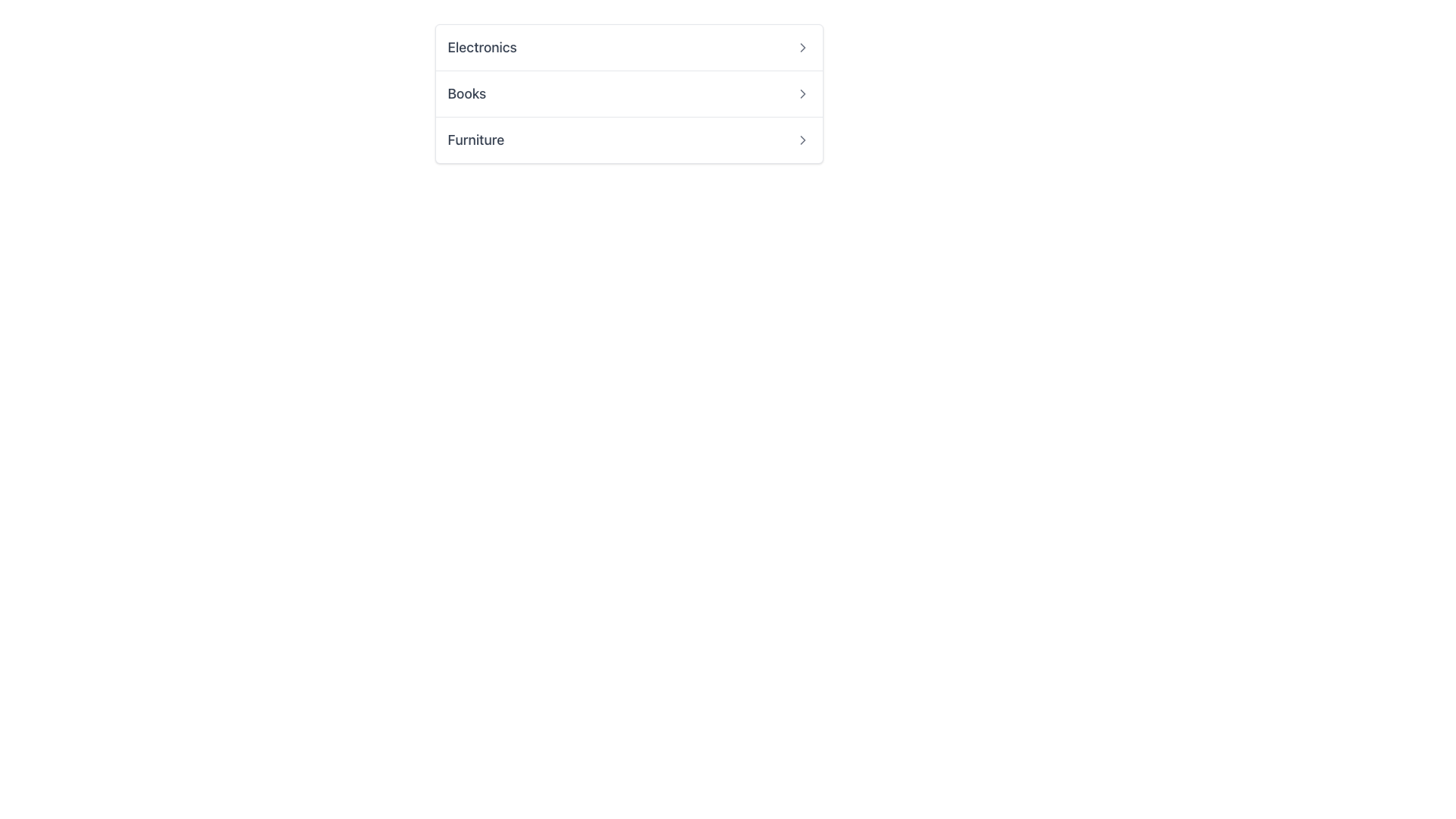 Image resolution: width=1456 pixels, height=819 pixels. I want to click on the navigation icon located to the far right of the 'Furniture' item in the vertical list, so click(802, 140).